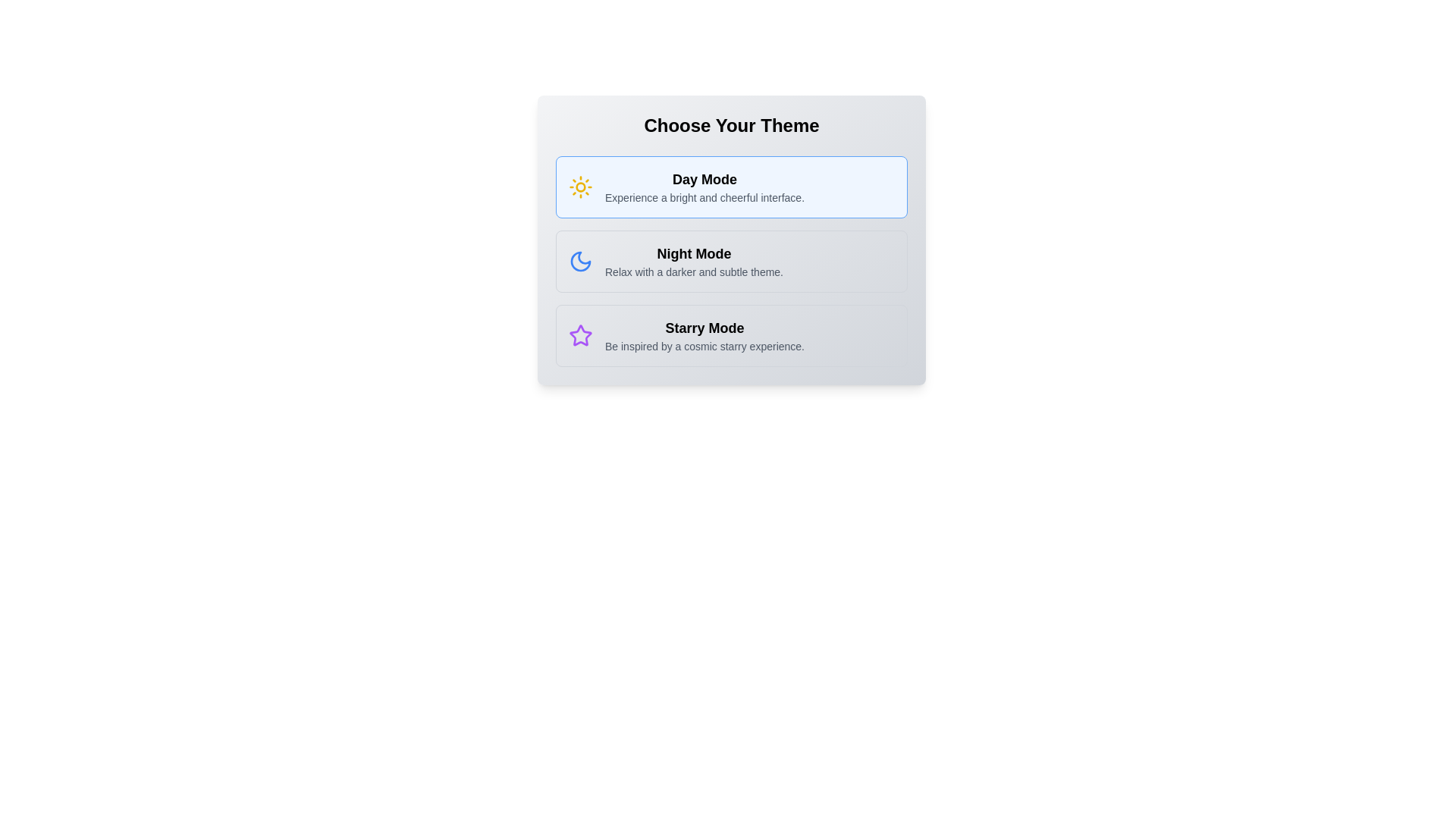  Describe the element at coordinates (731, 186) in the screenshot. I see `the 'Day Mode' theme option located at the top of the list of theme options` at that location.